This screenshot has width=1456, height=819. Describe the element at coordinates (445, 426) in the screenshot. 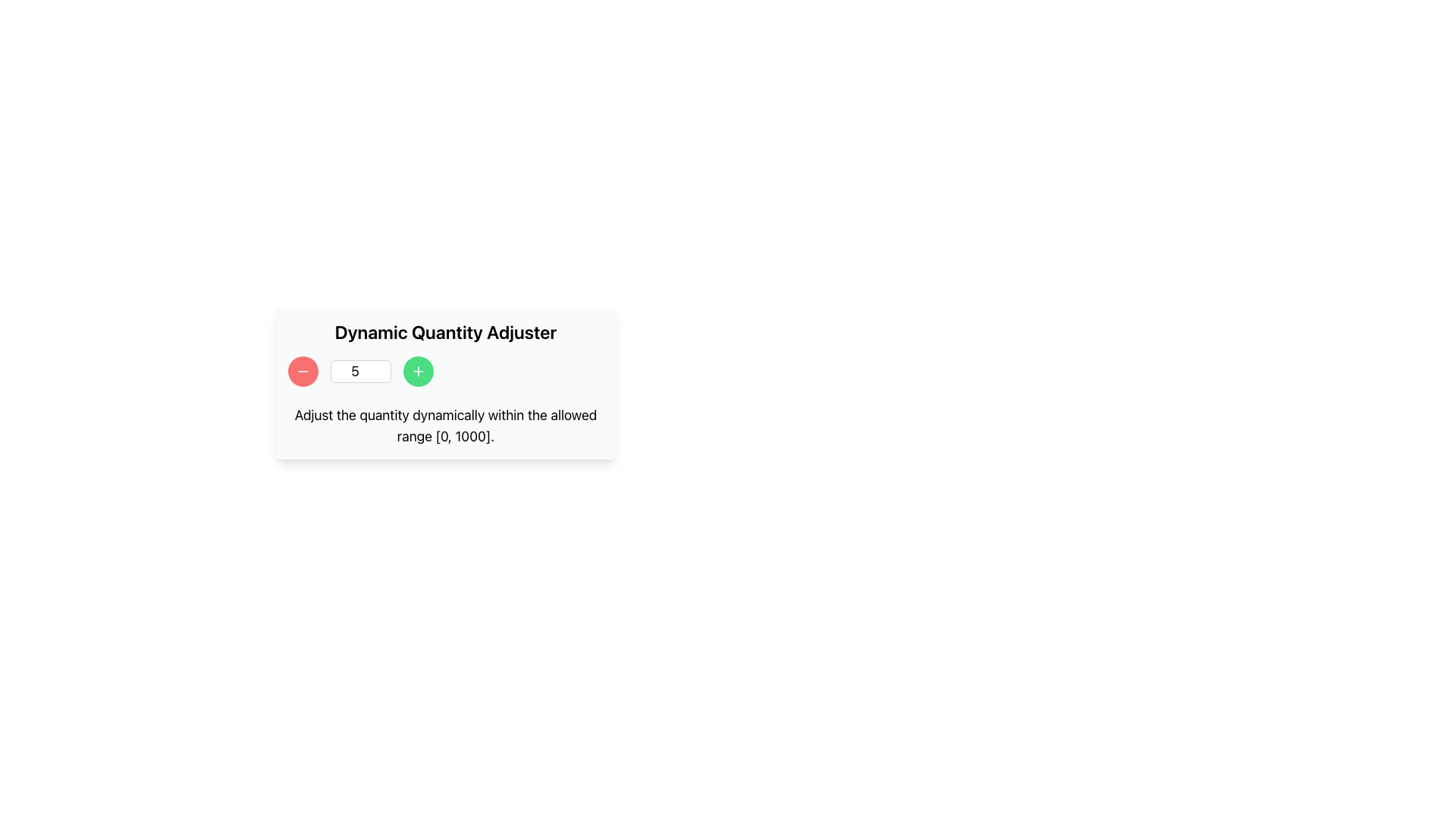

I see `the text element that states 'Adjust the quantity dynamically within the allowed range [0, 1000].' which is located below the number adjustment component` at that location.